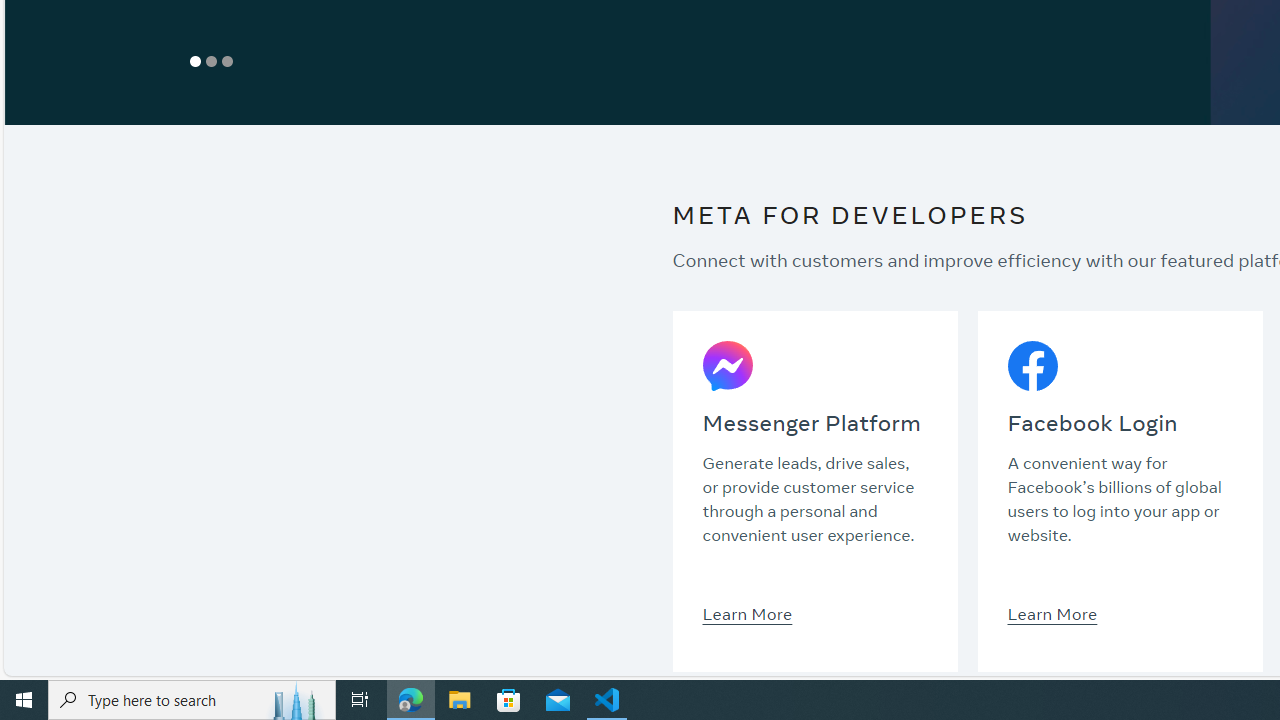 The image size is (1280, 720). What do you see at coordinates (211, 60) in the screenshot?
I see `'Show Slide 2'` at bounding box center [211, 60].